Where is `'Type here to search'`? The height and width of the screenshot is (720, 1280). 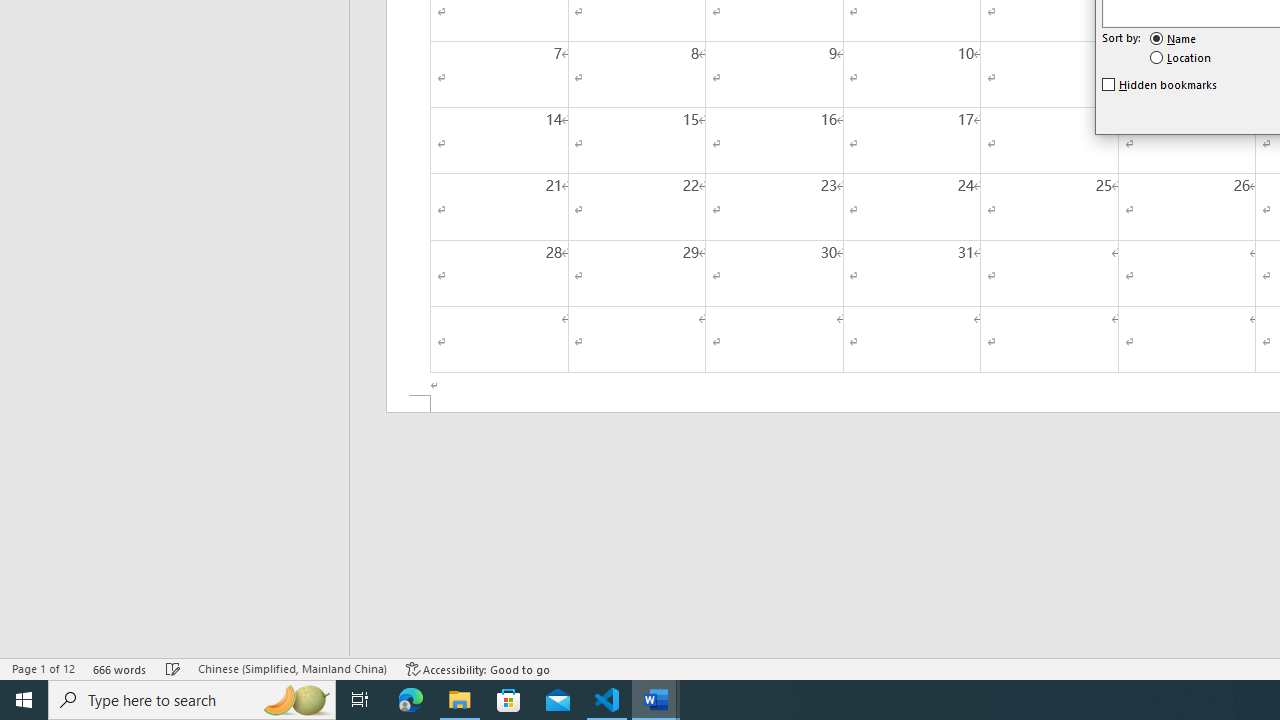 'Type here to search' is located at coordinates (192, 698).